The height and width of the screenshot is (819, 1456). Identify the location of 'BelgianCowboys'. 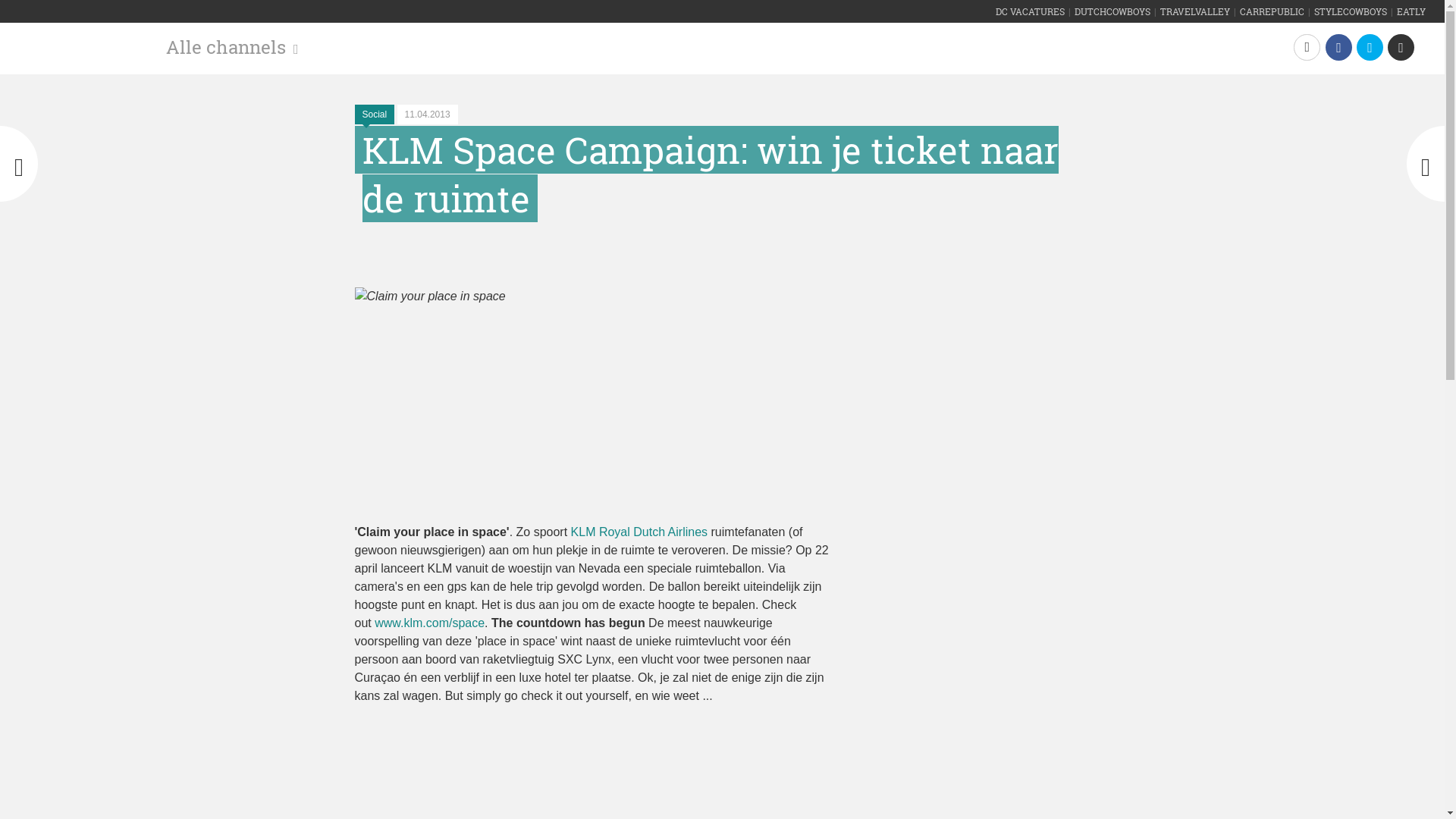
(76, 37).